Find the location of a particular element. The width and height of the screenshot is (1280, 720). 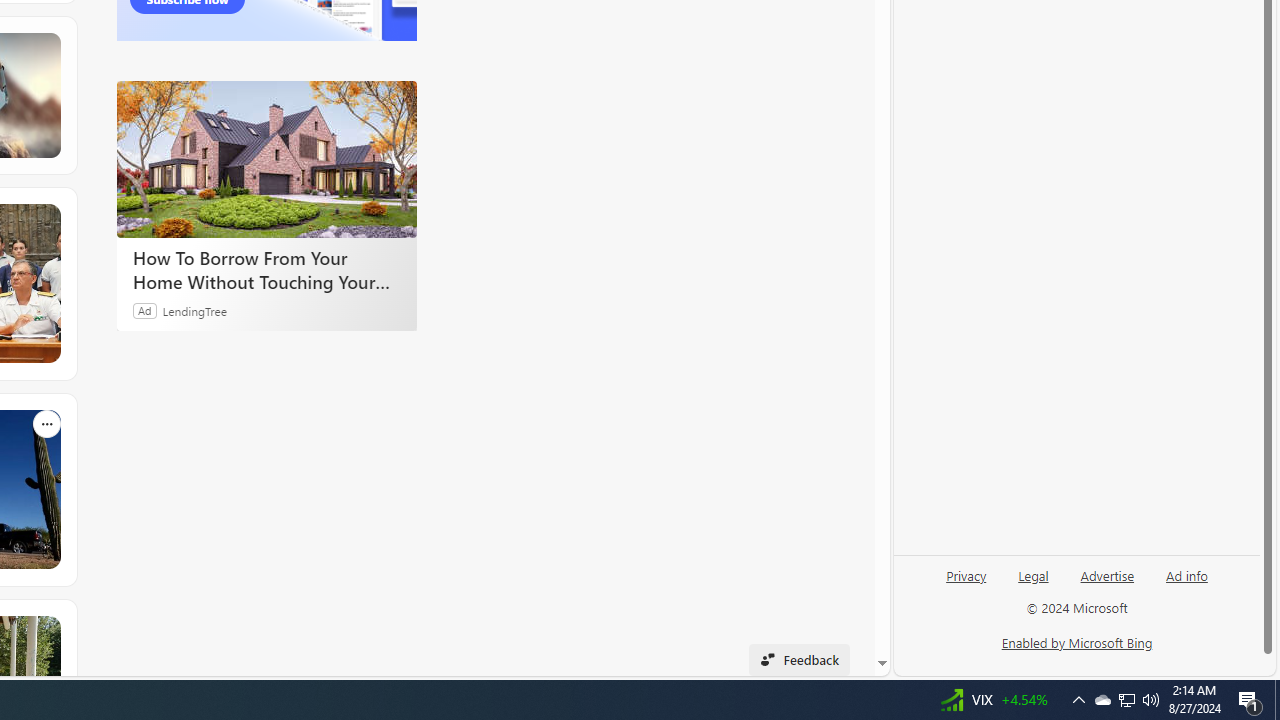

'Legal' is located at coordinates (1033, 583).